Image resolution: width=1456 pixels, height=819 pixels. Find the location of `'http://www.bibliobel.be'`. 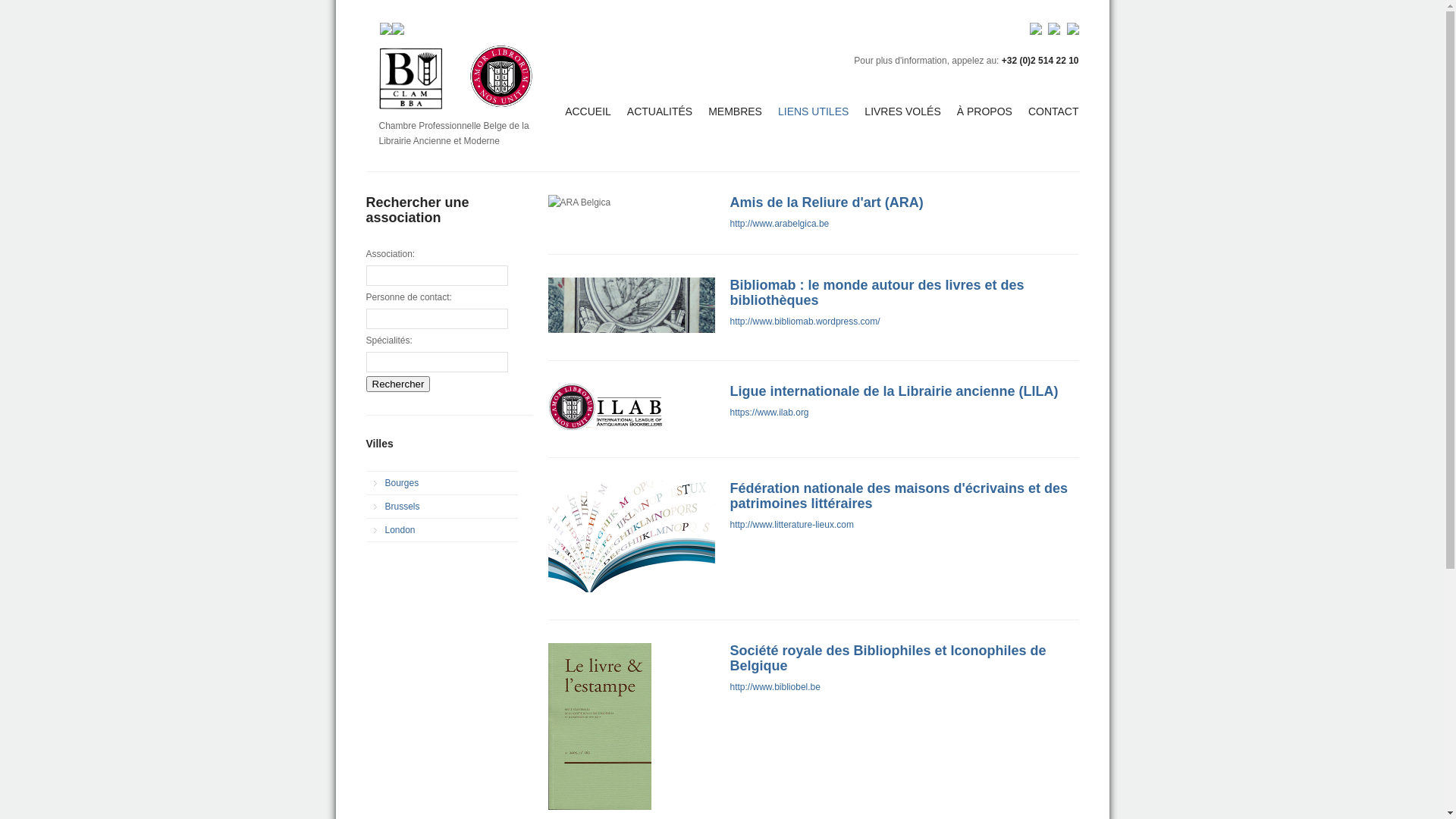

'http://www.bibliobel.be' is located at coordinates (774, 687).